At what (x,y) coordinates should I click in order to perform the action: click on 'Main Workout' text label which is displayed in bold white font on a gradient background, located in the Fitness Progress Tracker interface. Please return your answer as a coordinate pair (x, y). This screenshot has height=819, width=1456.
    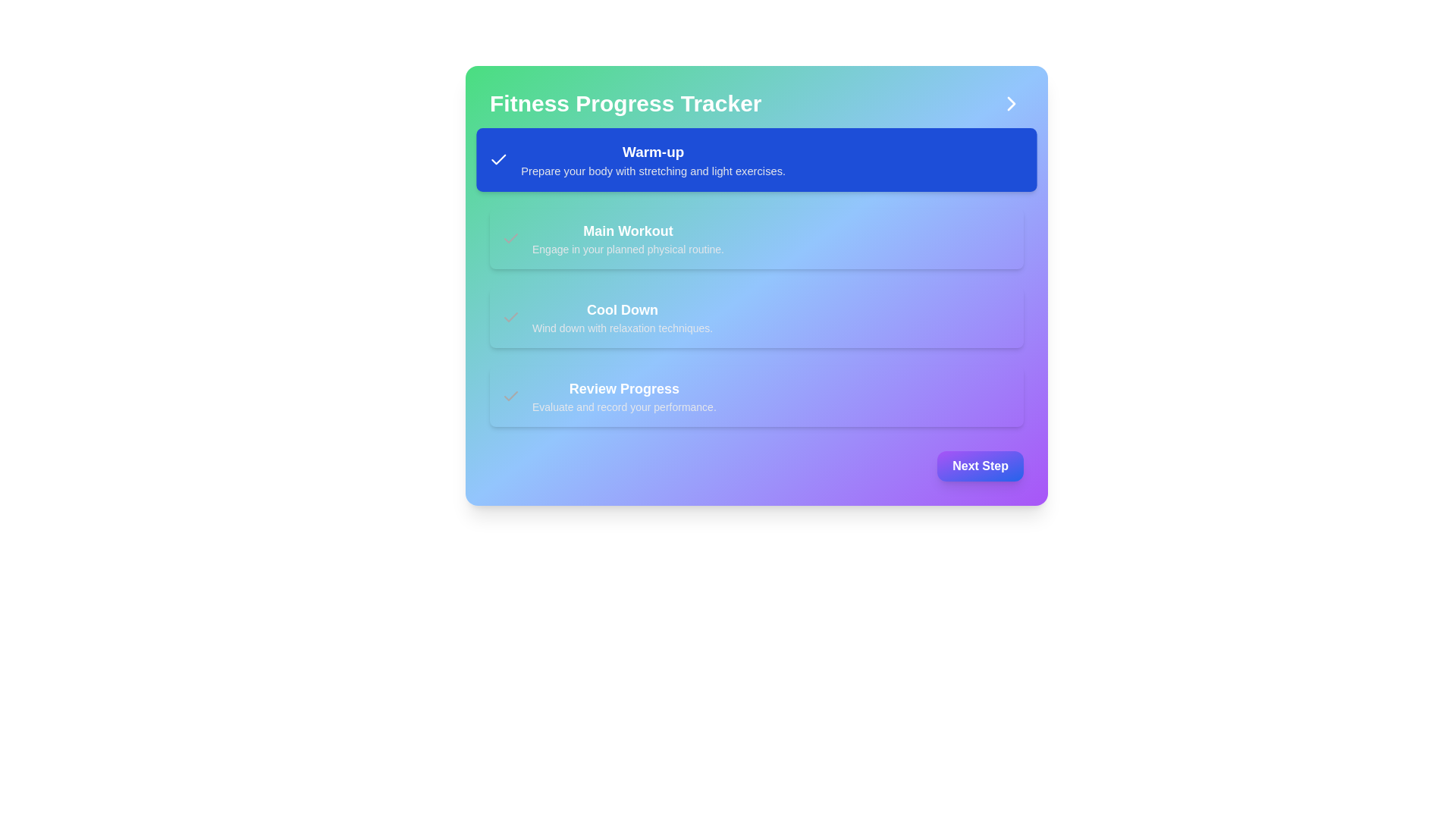
    Looking at the image, I should click on (628, 231).